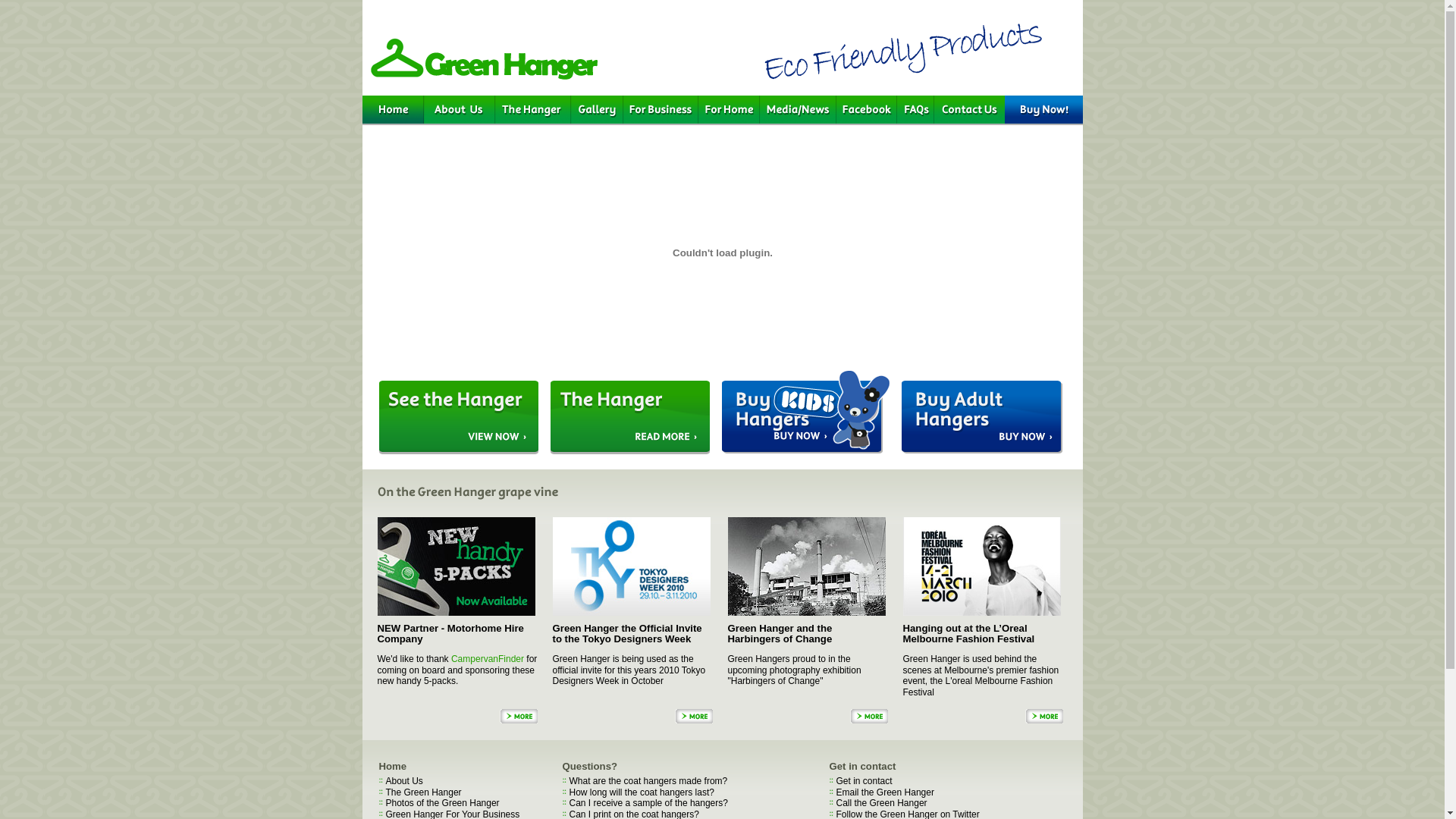 This screenshot has width=1456, height=819. What do you see at coordinates (422, 792) in the screenshot?
I see `'The Green Hanger'` at bounding box center [422, 792].